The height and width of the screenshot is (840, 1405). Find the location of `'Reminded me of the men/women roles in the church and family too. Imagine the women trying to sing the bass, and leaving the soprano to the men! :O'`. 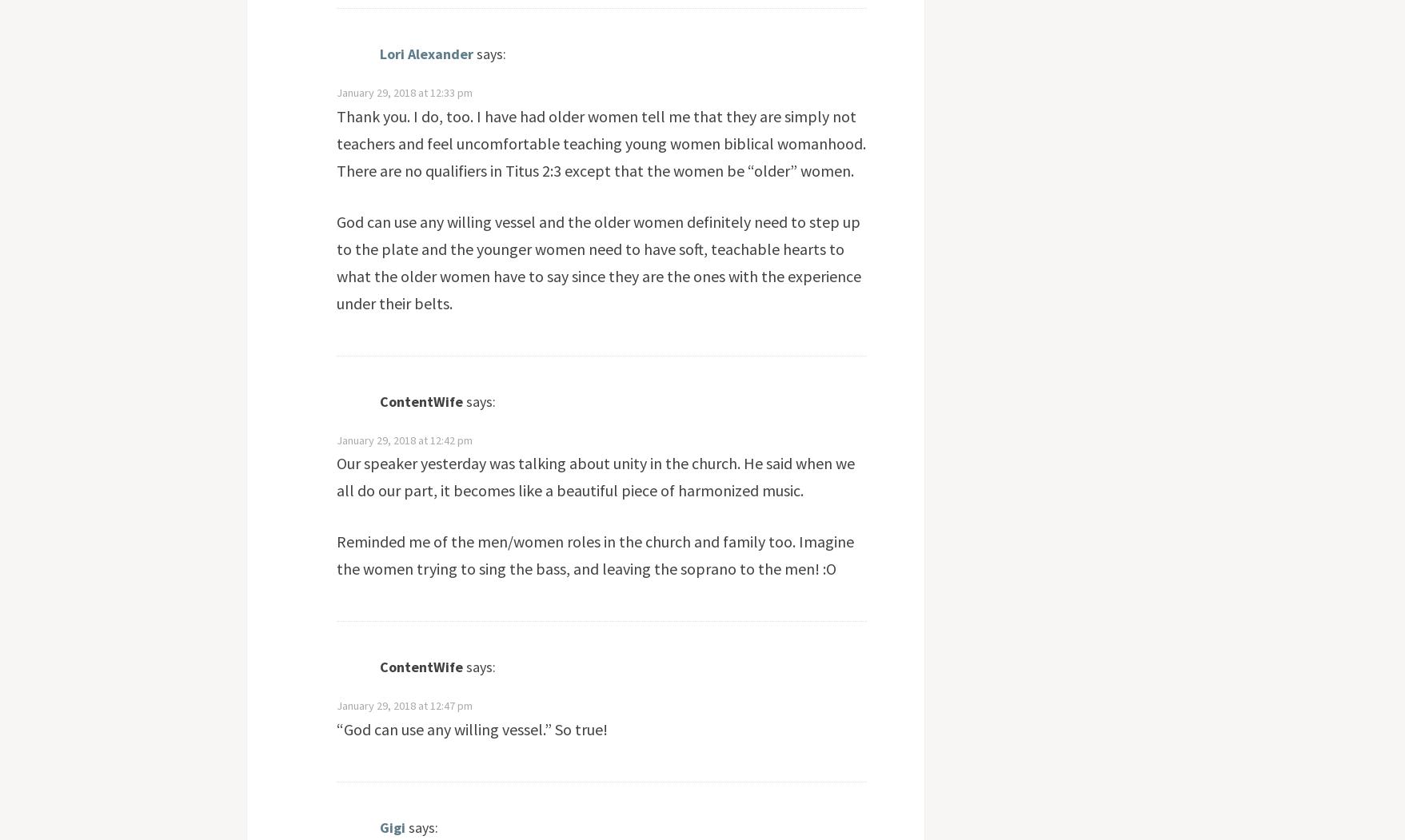

'Reminded me of the men/women roles in the church and family too. Imagine the women trying to sing the bass, and leaving the soprano to the men! :O' is located at coordinates (593, 554).